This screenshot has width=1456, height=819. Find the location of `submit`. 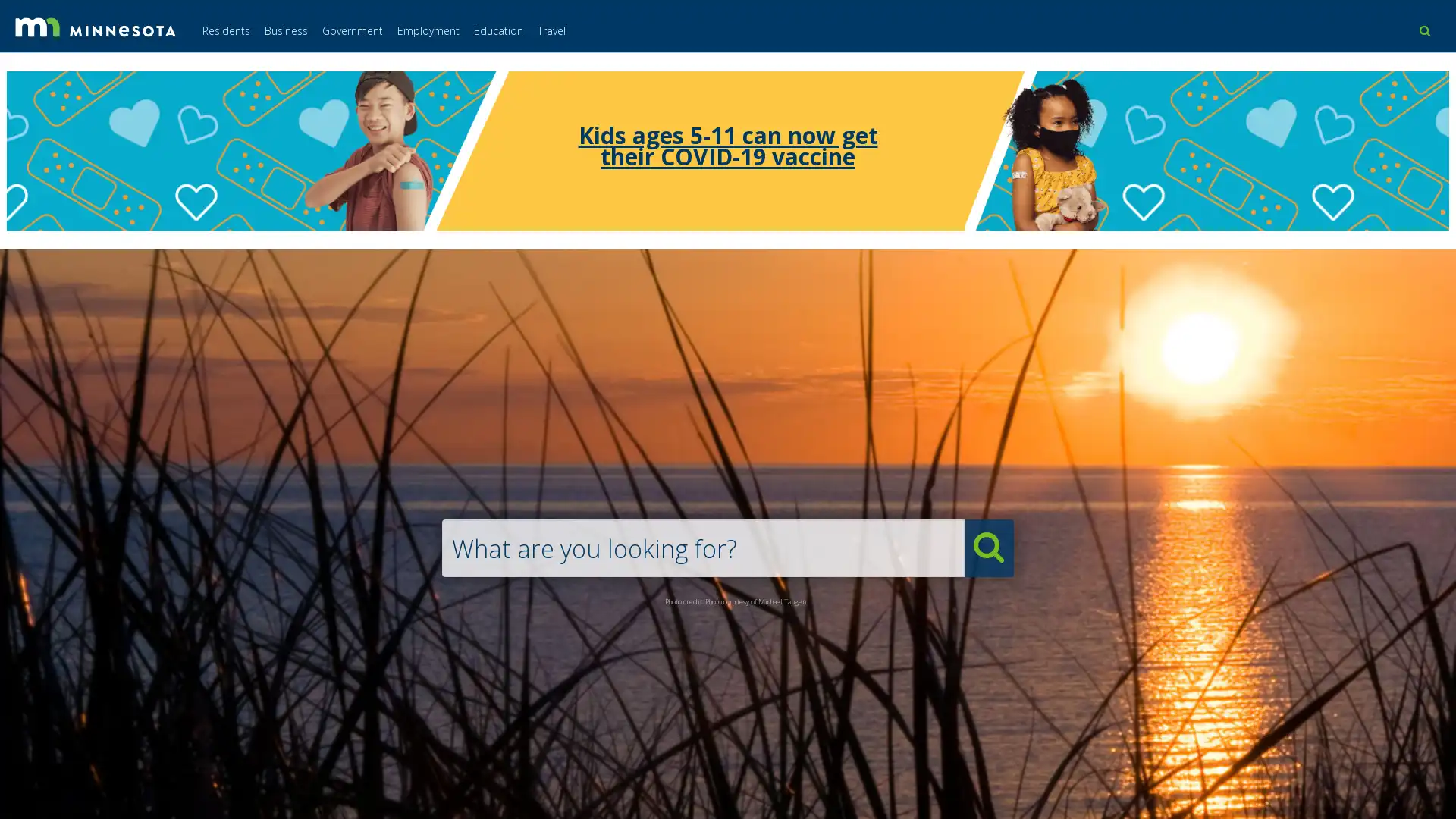

submit is located at coordinates (987, 548).